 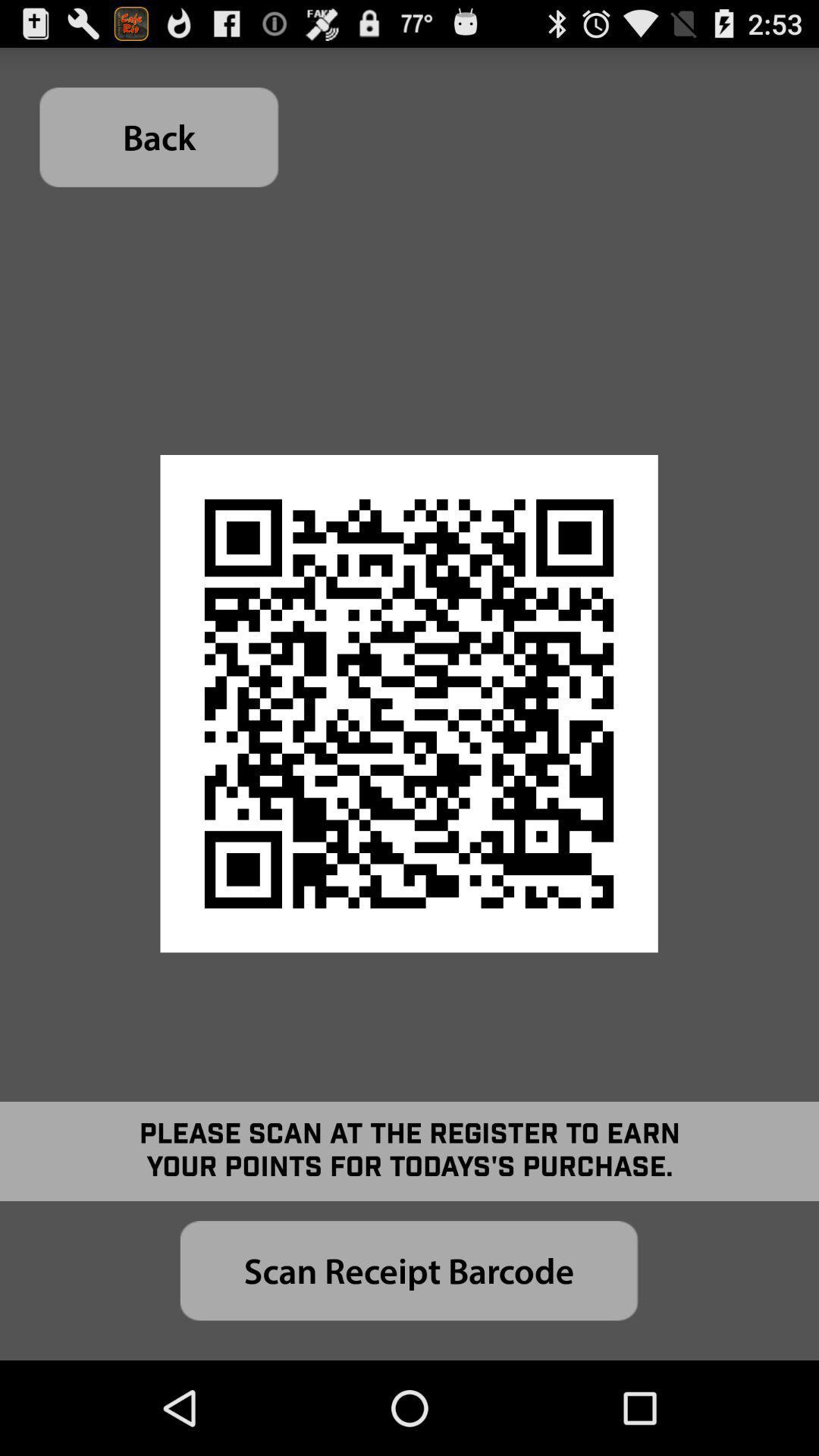 I want to click on scan receipt barcode icon, so click(x=408, y=1270).